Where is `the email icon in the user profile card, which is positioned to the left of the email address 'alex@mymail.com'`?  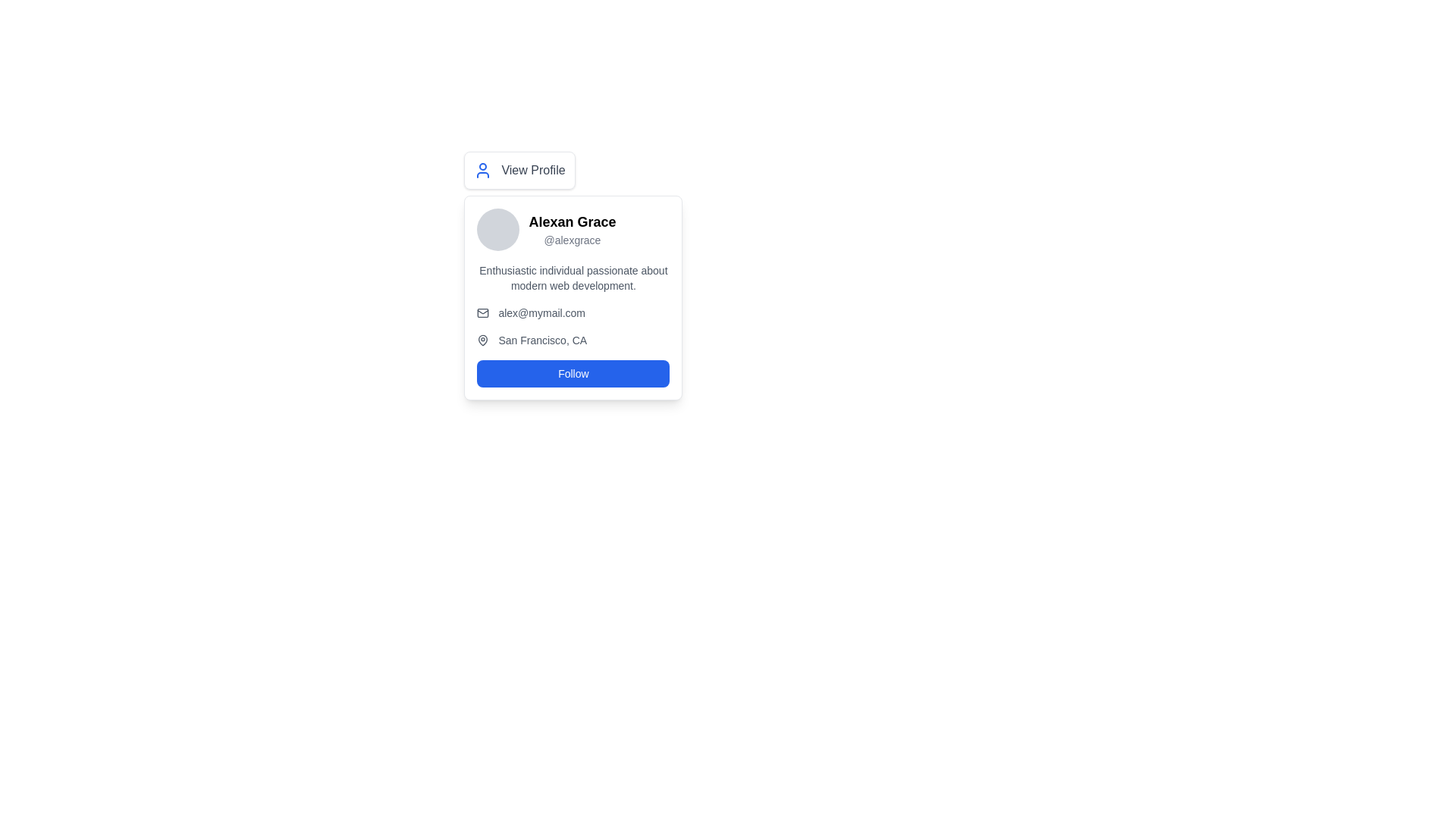
the email icon in the user profile card, which is positioned to the left of the email address 'alex@mymail.com' is located at coordinates (482, 312).